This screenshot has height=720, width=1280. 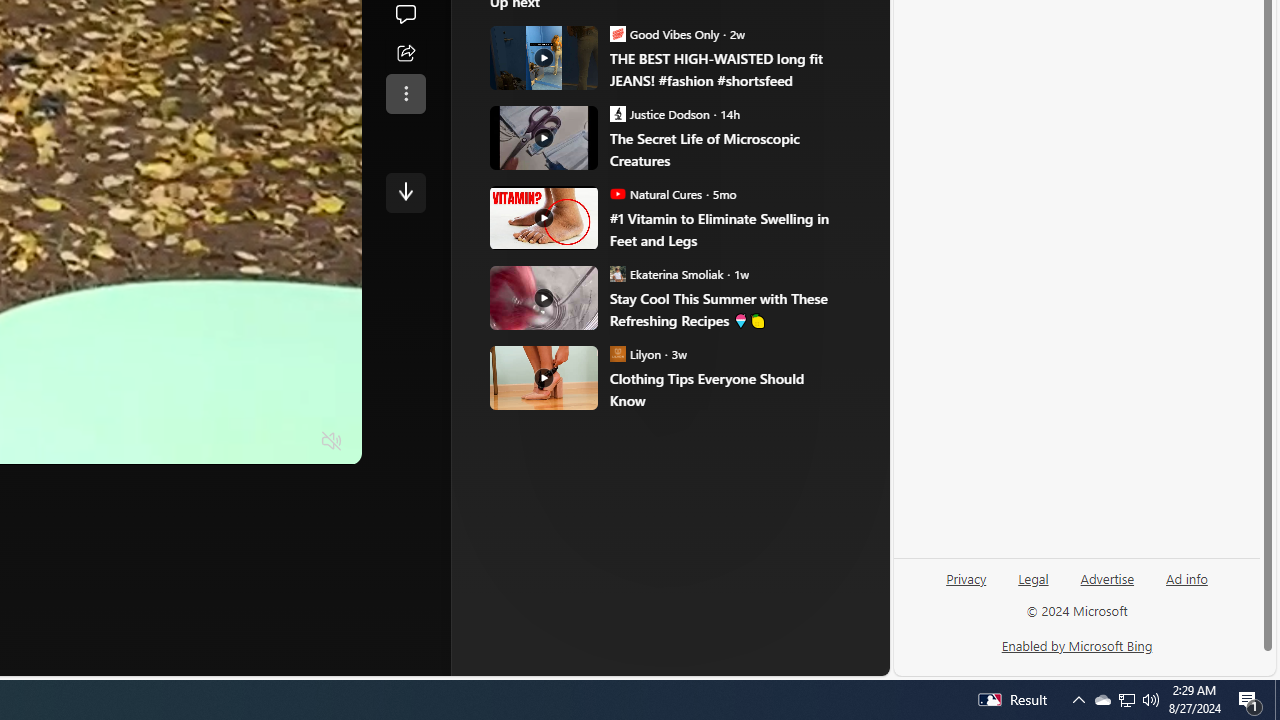 I want to click on 'Natural Cures Natural Cures', so click(x=656, y=194).